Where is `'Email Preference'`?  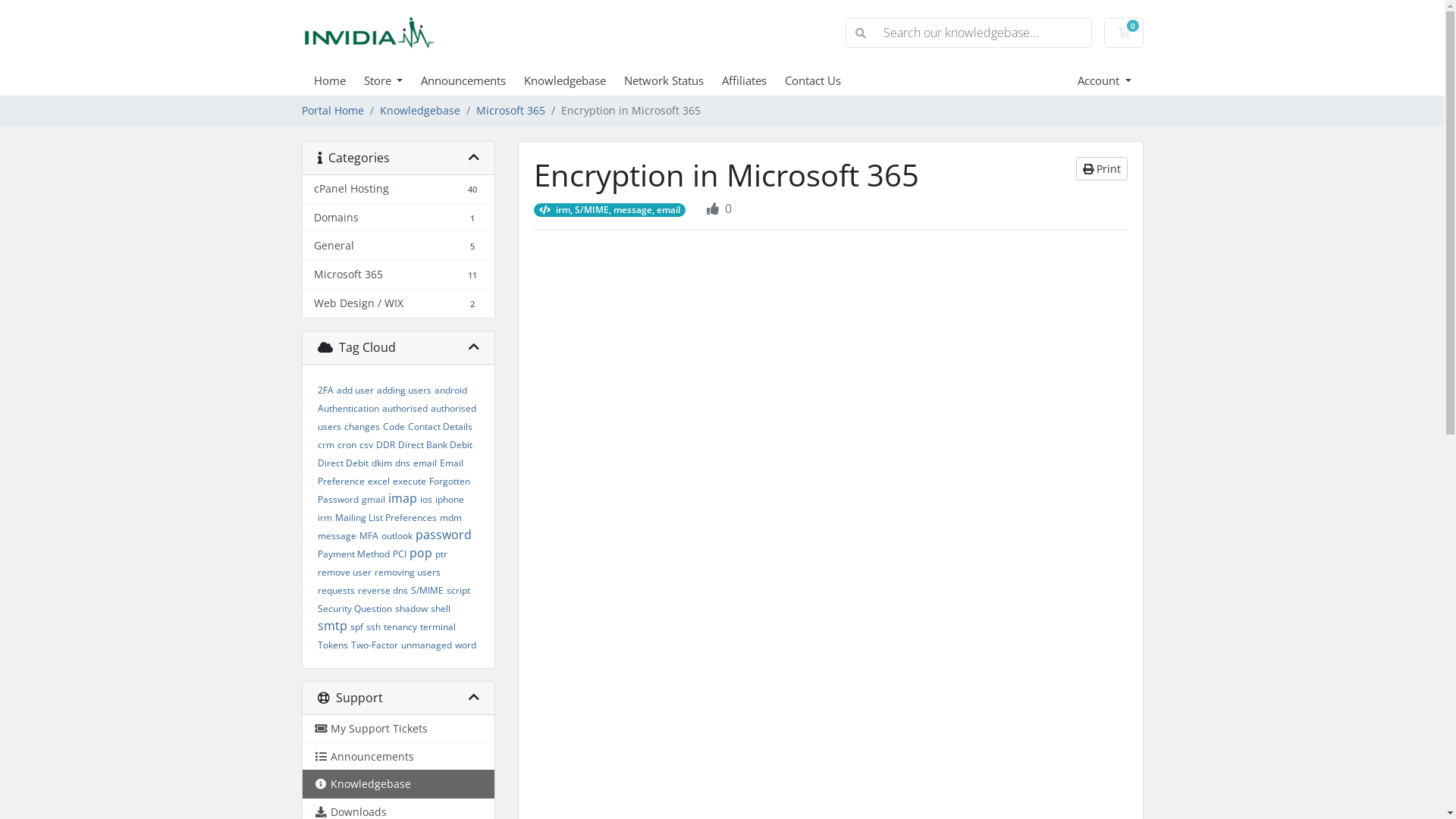 'Email Preference' is located at coordinates (389, 471).